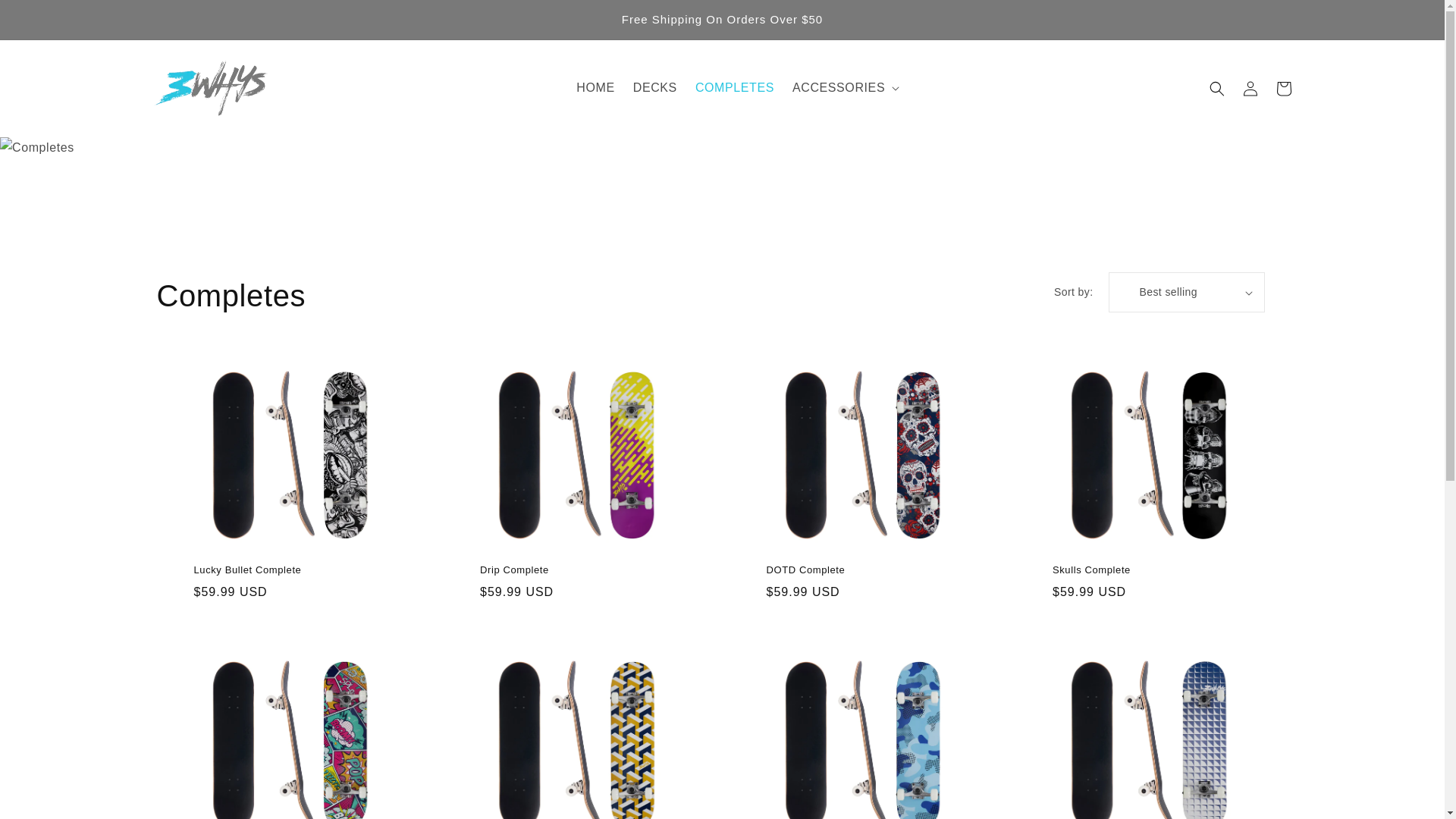 The width and height of the screenshot is (1456, 819). Describe the element at coordinates (765, 570) in the screenshot. I see `'DOTD Complete'` at that location.